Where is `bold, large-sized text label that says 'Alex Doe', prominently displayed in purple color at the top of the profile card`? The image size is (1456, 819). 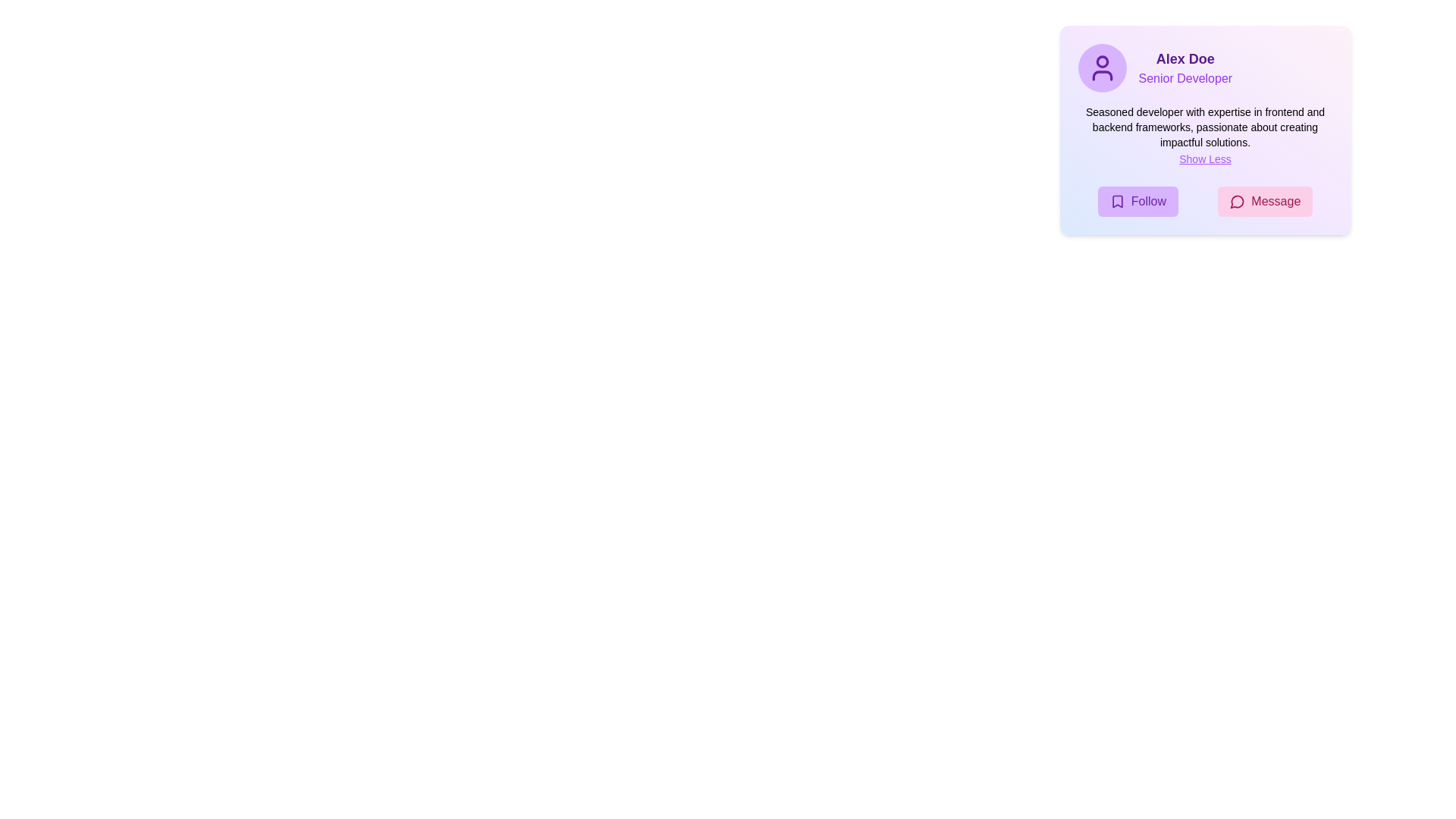
bold, large-sized text label that says 'Alex Doe', prominently displayed in purple color at the top of the profile card is located at coordinates (1185, 58).